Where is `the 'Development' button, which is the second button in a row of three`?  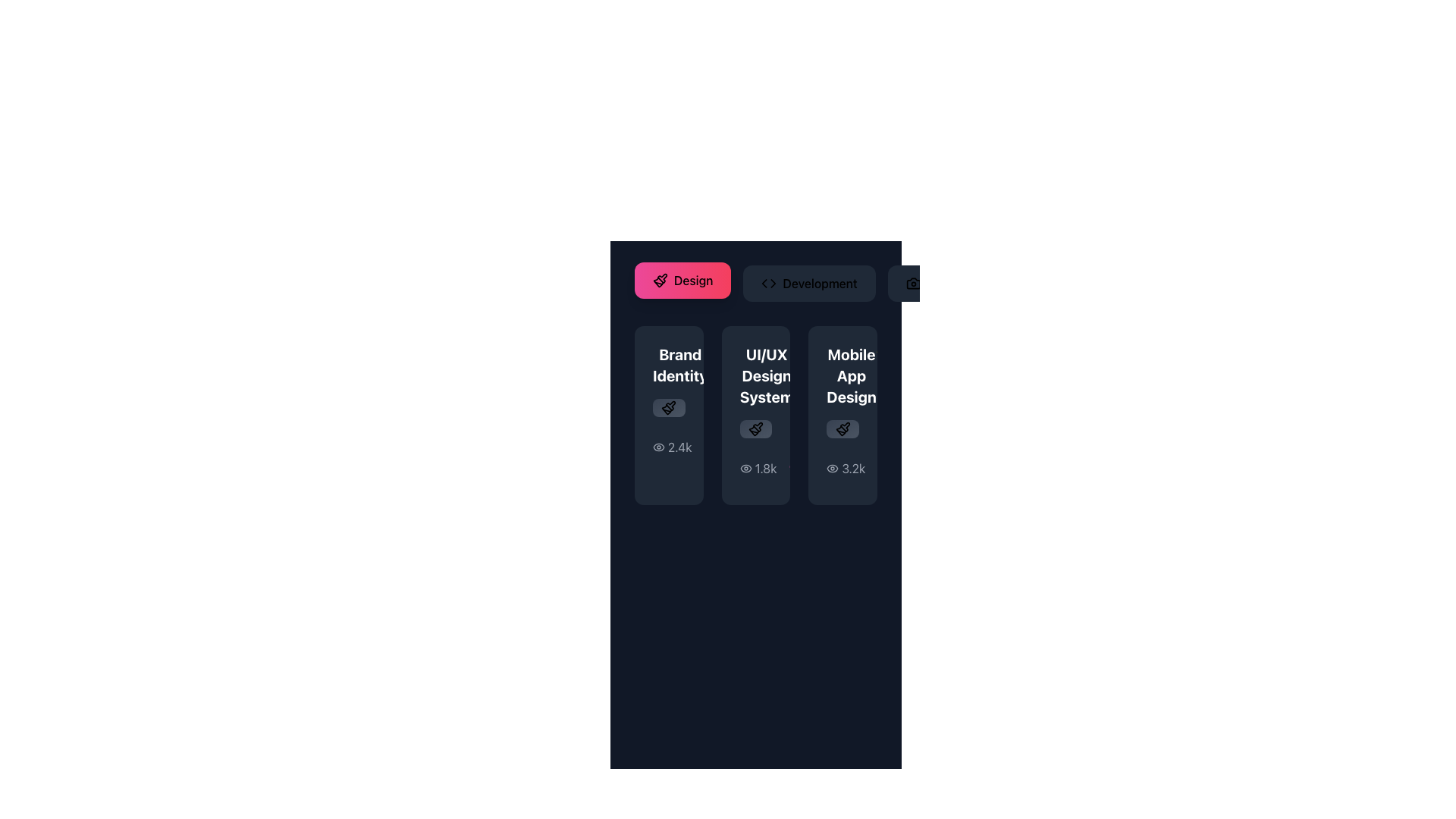
the 'Development' button, which is the second button in a row of three is located at coordinates (808, 284).